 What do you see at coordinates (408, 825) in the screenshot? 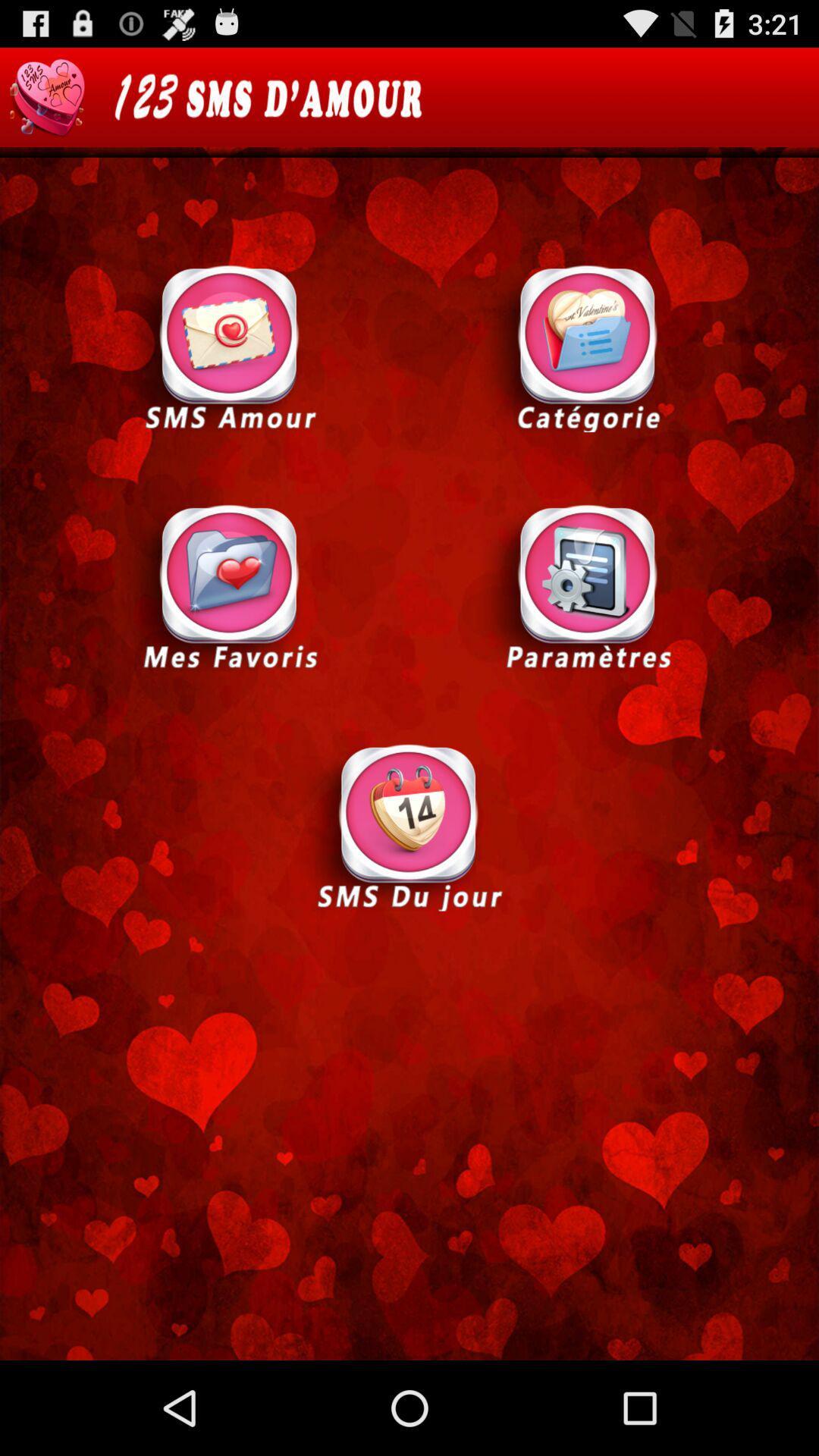
I see `sms du jour` at bounding box center [408, 825].